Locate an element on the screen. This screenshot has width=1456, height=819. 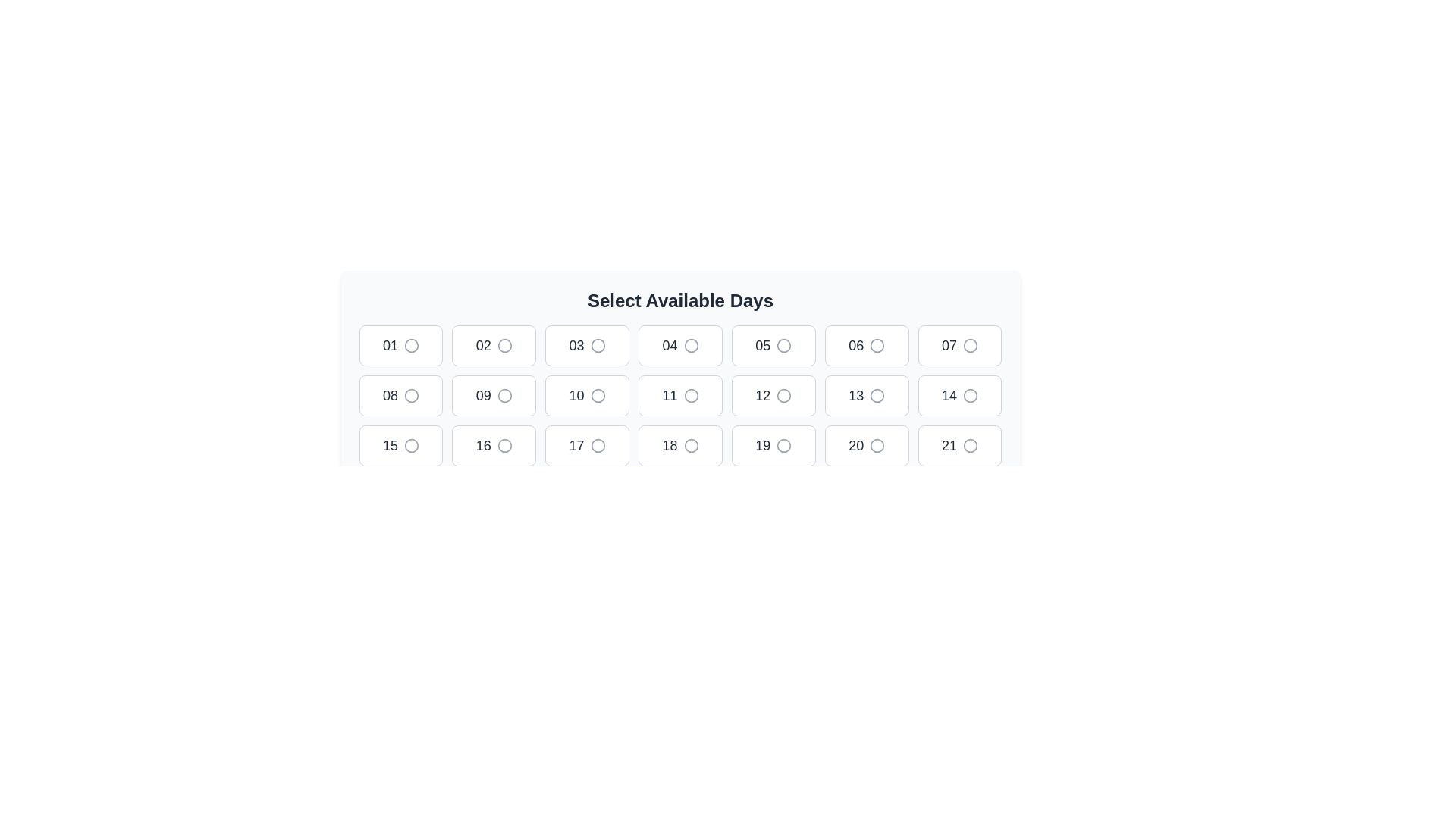
number '14' presented on the visual label located in the second row, fourth column of the date selection grid is located at coordinates (949, 394).